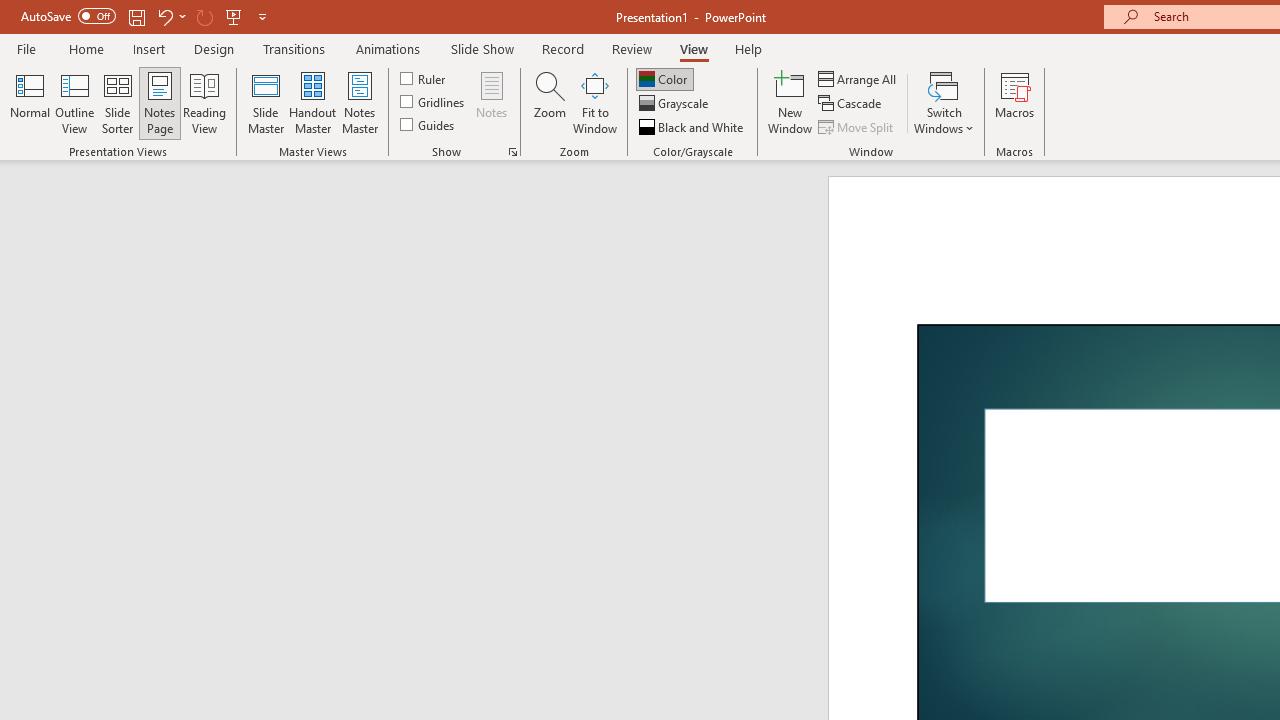  I want to click on 'Notes Page', so click(160, 103).